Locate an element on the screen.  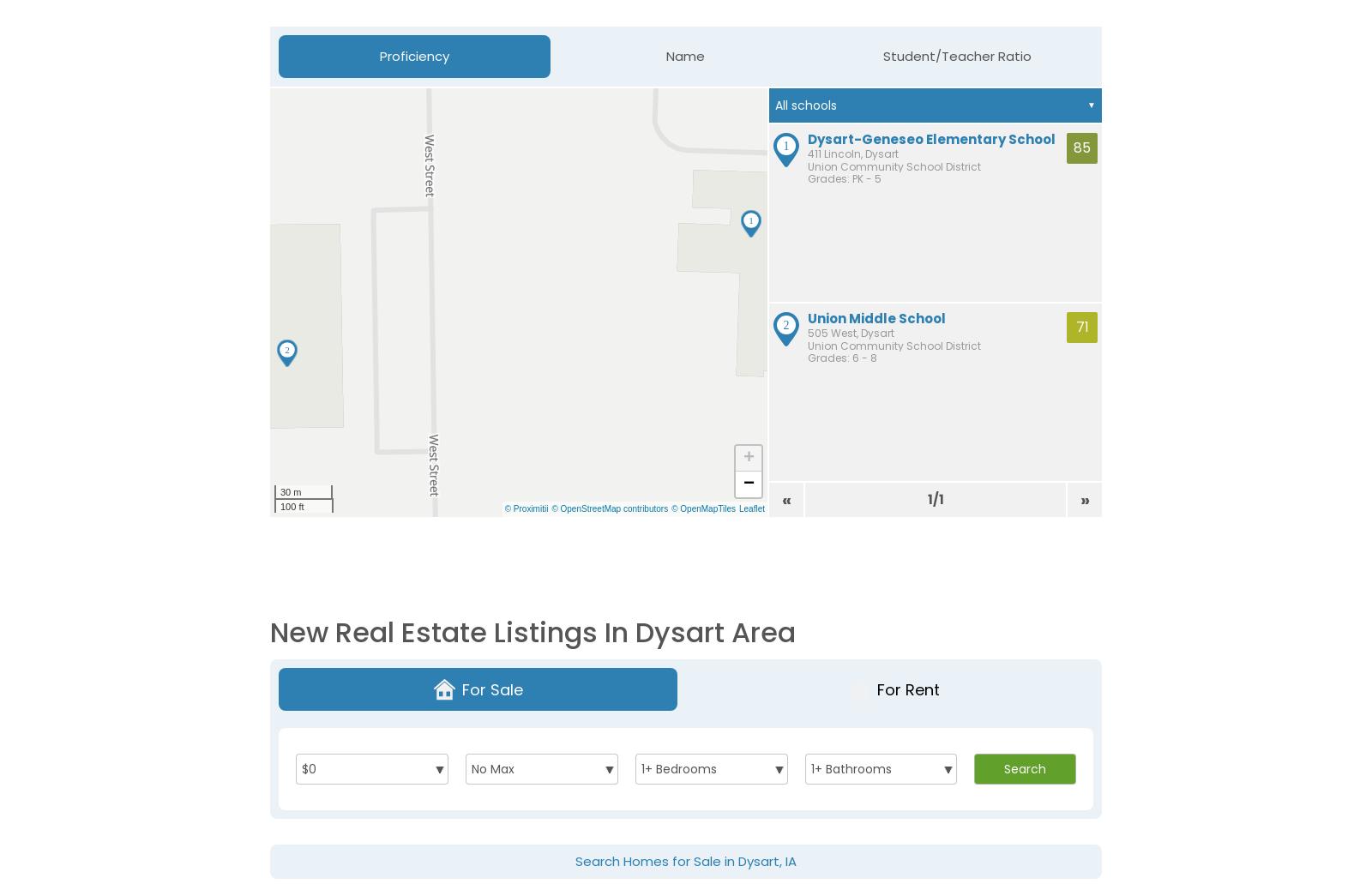
'411 Lincoln, Dysart' is located at coordinates (852, 152).